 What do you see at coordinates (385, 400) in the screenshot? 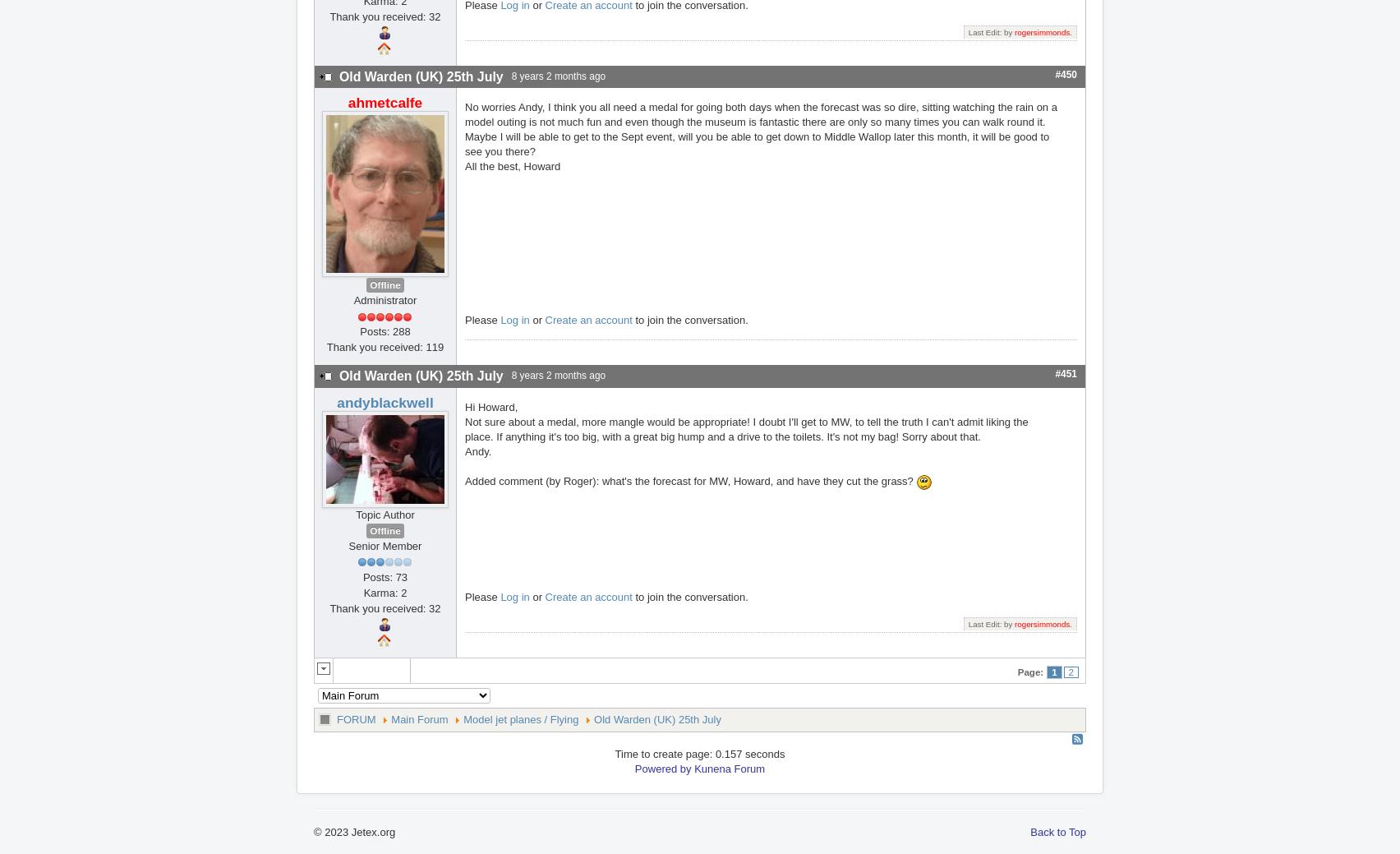
I see `'andyblackwell'` at bounding box center [385, 400].